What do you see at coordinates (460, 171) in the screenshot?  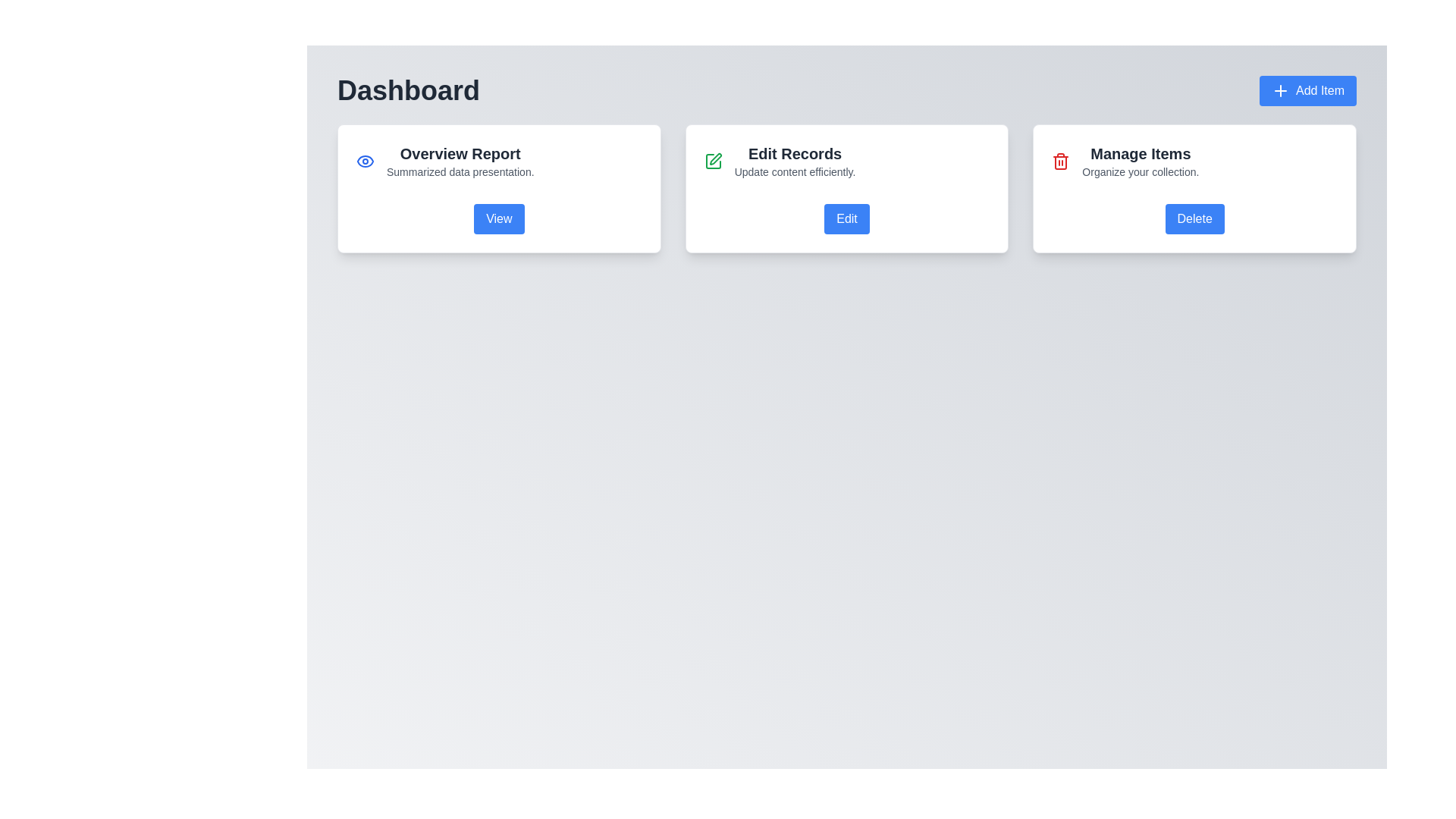 I see `the static text label displaying 'Summarized data presentation.' in gray font, located directly beneath the bold title 'Overview Report' within the first card of the Dashboard interface` at bounding box center [460, 171].